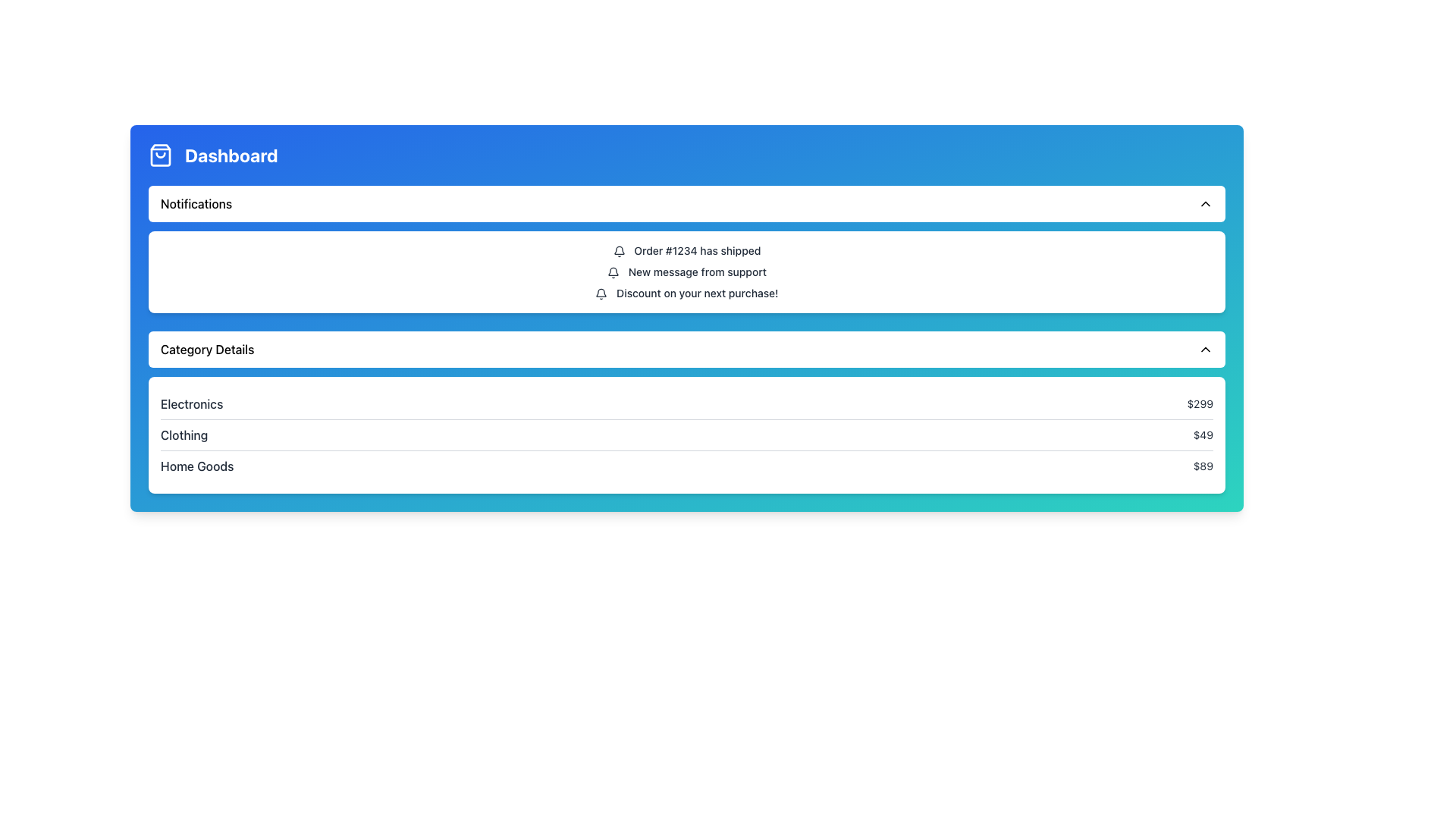 The height and width of the screenshot is (819, 1456). What do you see at coordinates (686, 435) in the screenshot?
I see `text pair 'Clothing' and '$49' located in the middle row of the 'Category Details' section` at bounding box center [686, 435].